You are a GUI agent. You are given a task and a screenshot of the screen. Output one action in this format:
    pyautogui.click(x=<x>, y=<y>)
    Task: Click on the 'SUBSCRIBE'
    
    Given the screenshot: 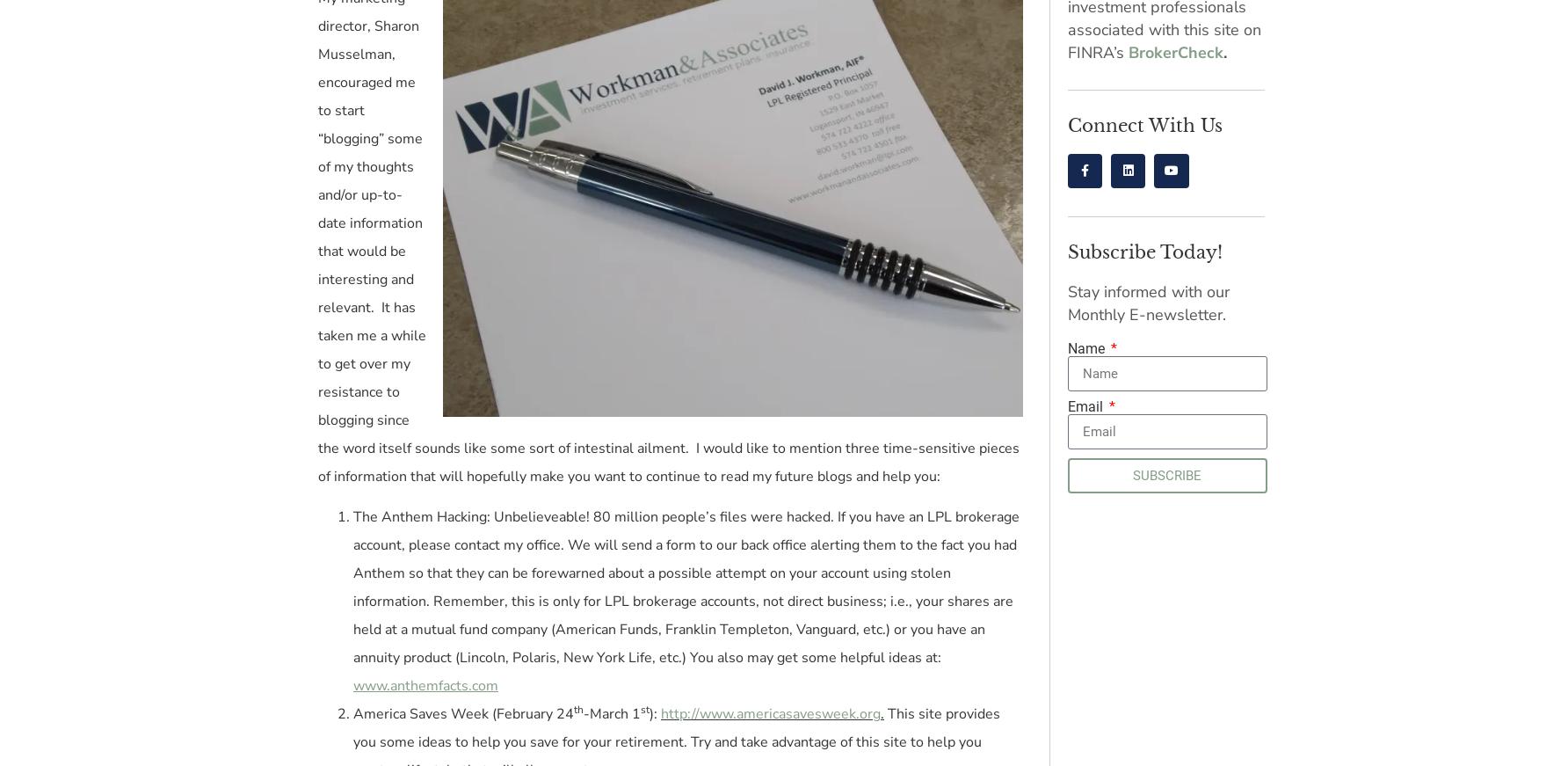 What is the action you would take?
    pyautogui.click(x=1131, y=475)
    